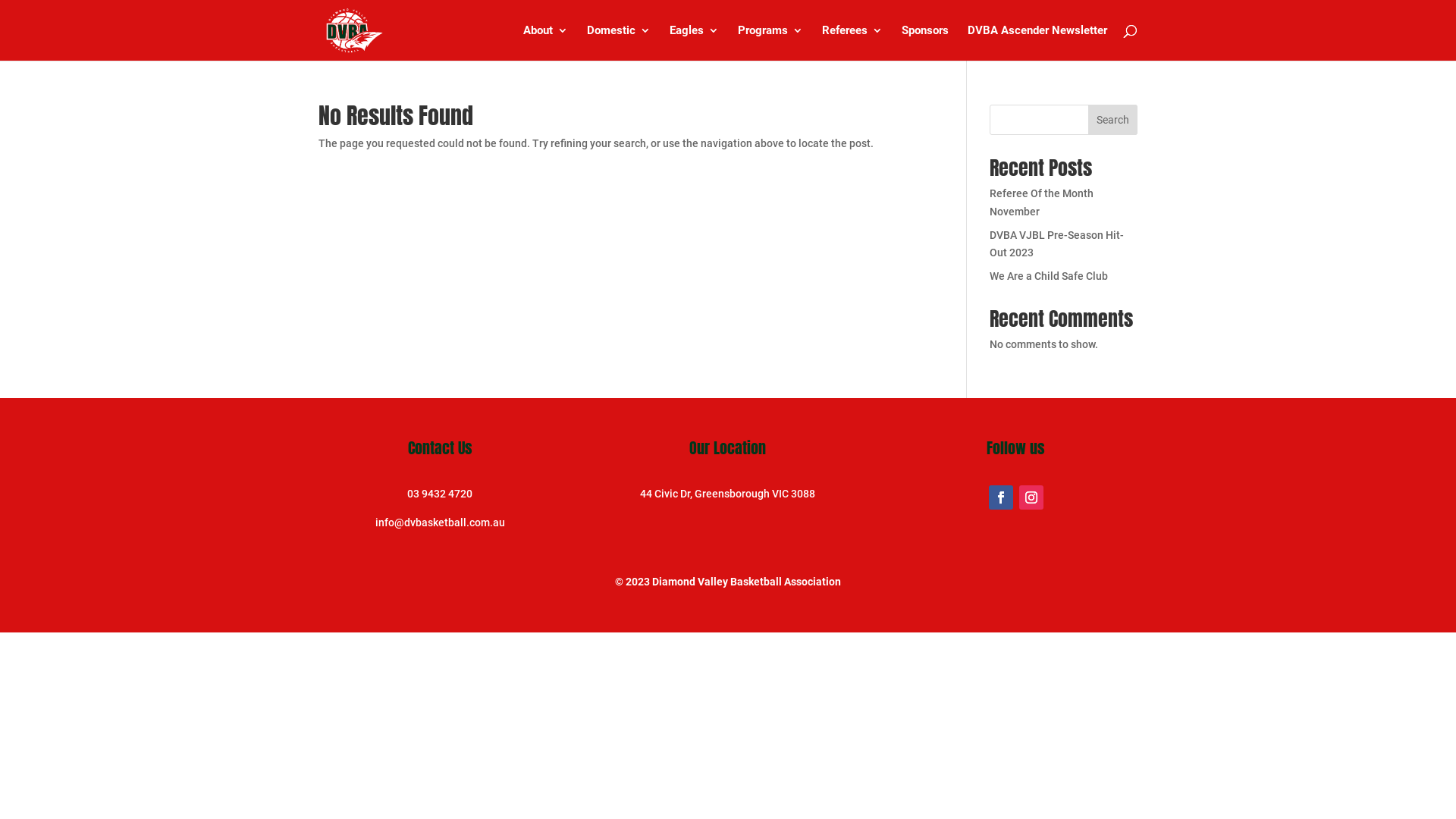  Describe the element at coordinates (545, 42) in the screenshot. I see `'About'` at that location.